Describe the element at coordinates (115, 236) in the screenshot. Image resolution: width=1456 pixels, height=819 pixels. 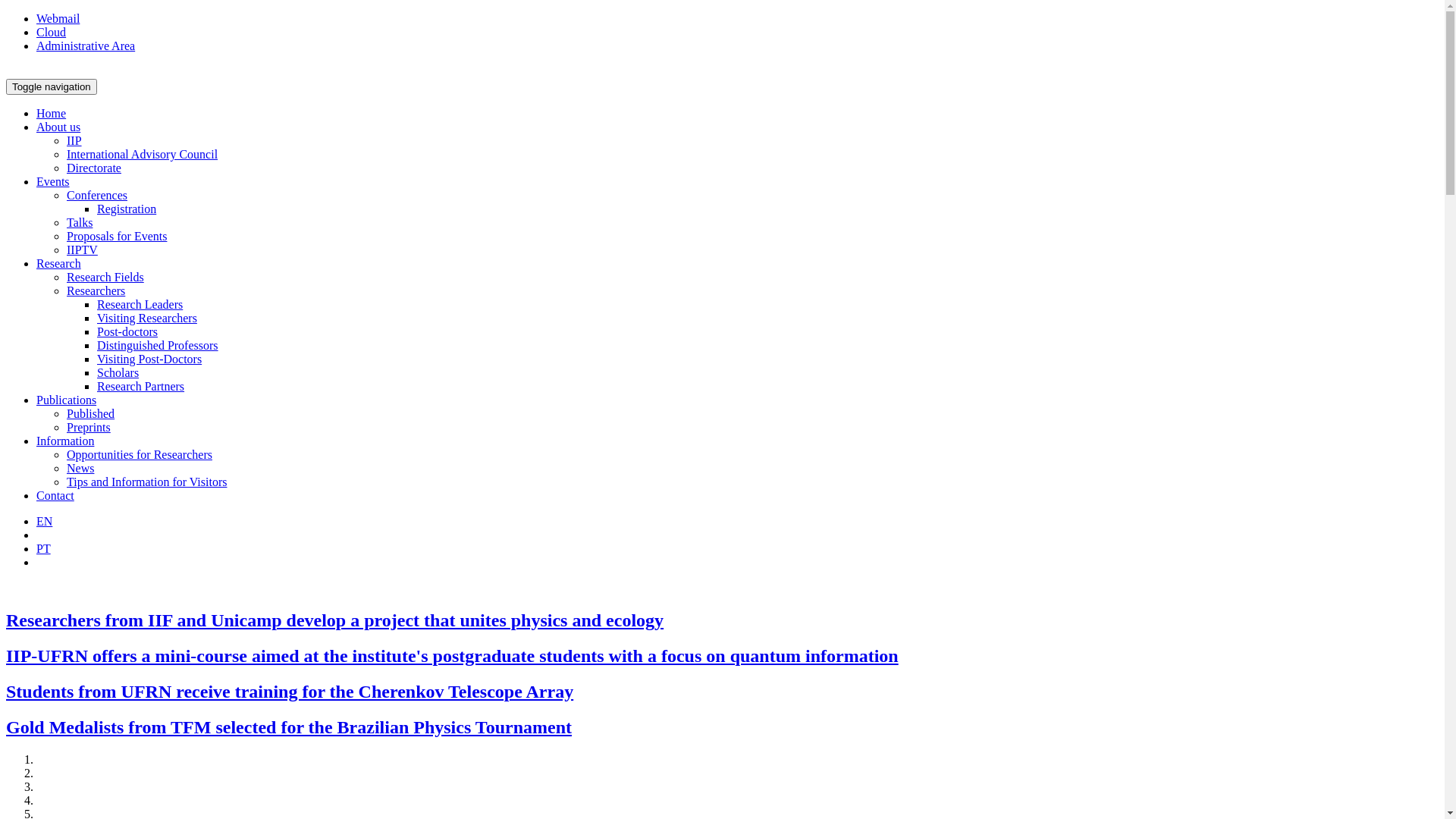
I see `'Proposals for Events'` at that location.